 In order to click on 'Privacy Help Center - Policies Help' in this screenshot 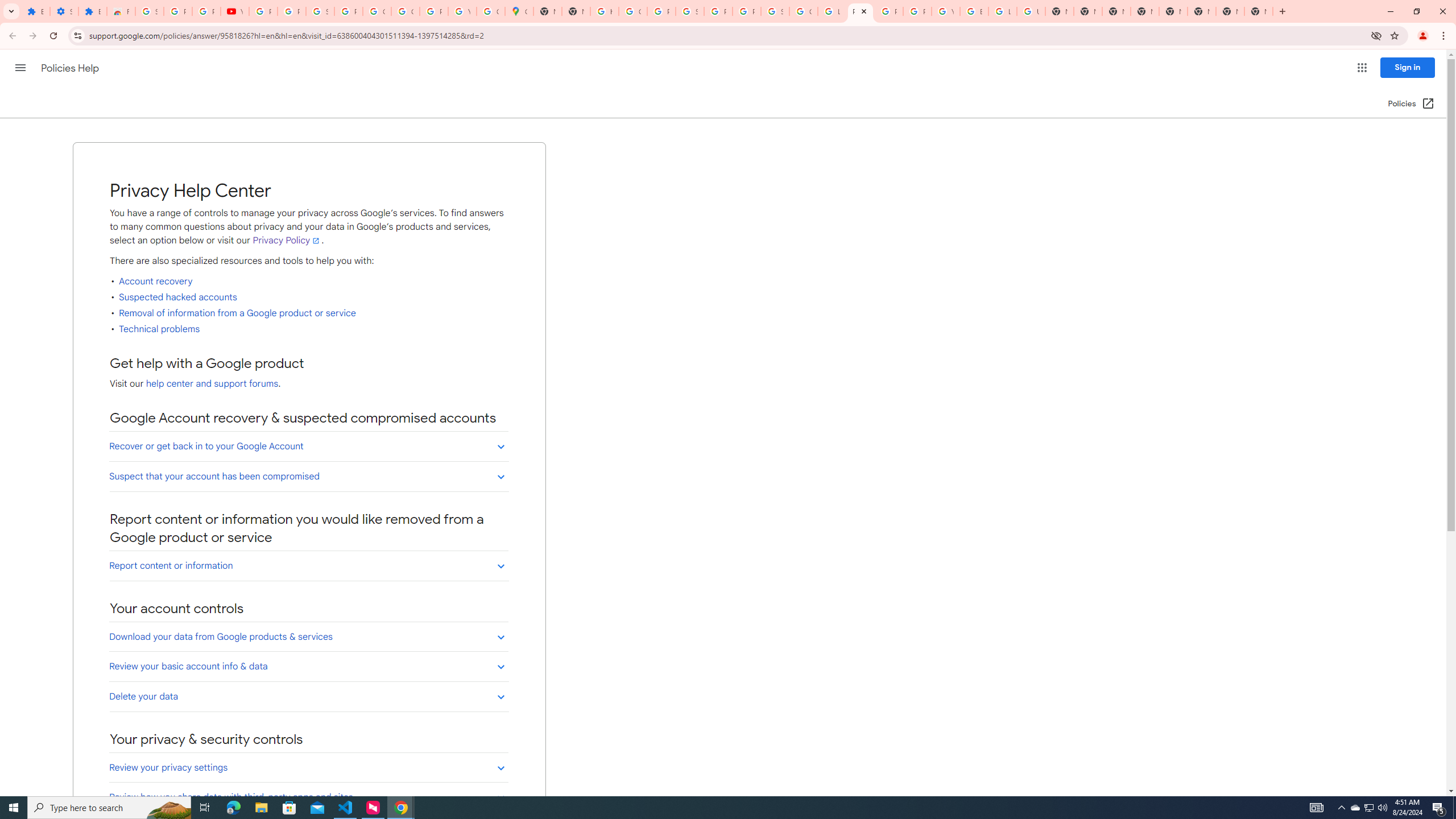, I will do `click(860, 11)`.